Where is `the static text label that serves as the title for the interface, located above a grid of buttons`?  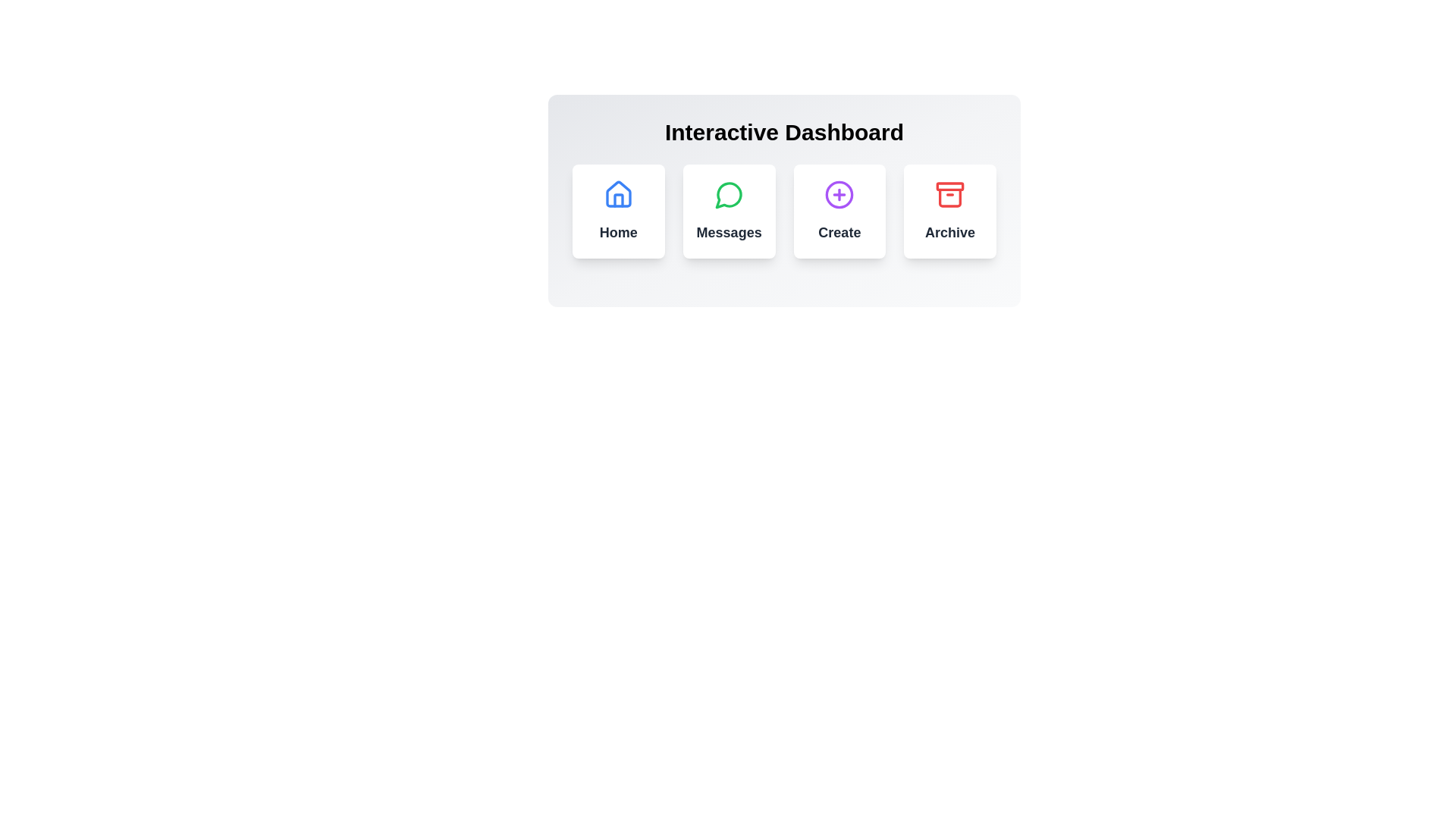 the static text label that serves as the title for the interface, located above a grid of buttons is located at coordinates (784, 131).